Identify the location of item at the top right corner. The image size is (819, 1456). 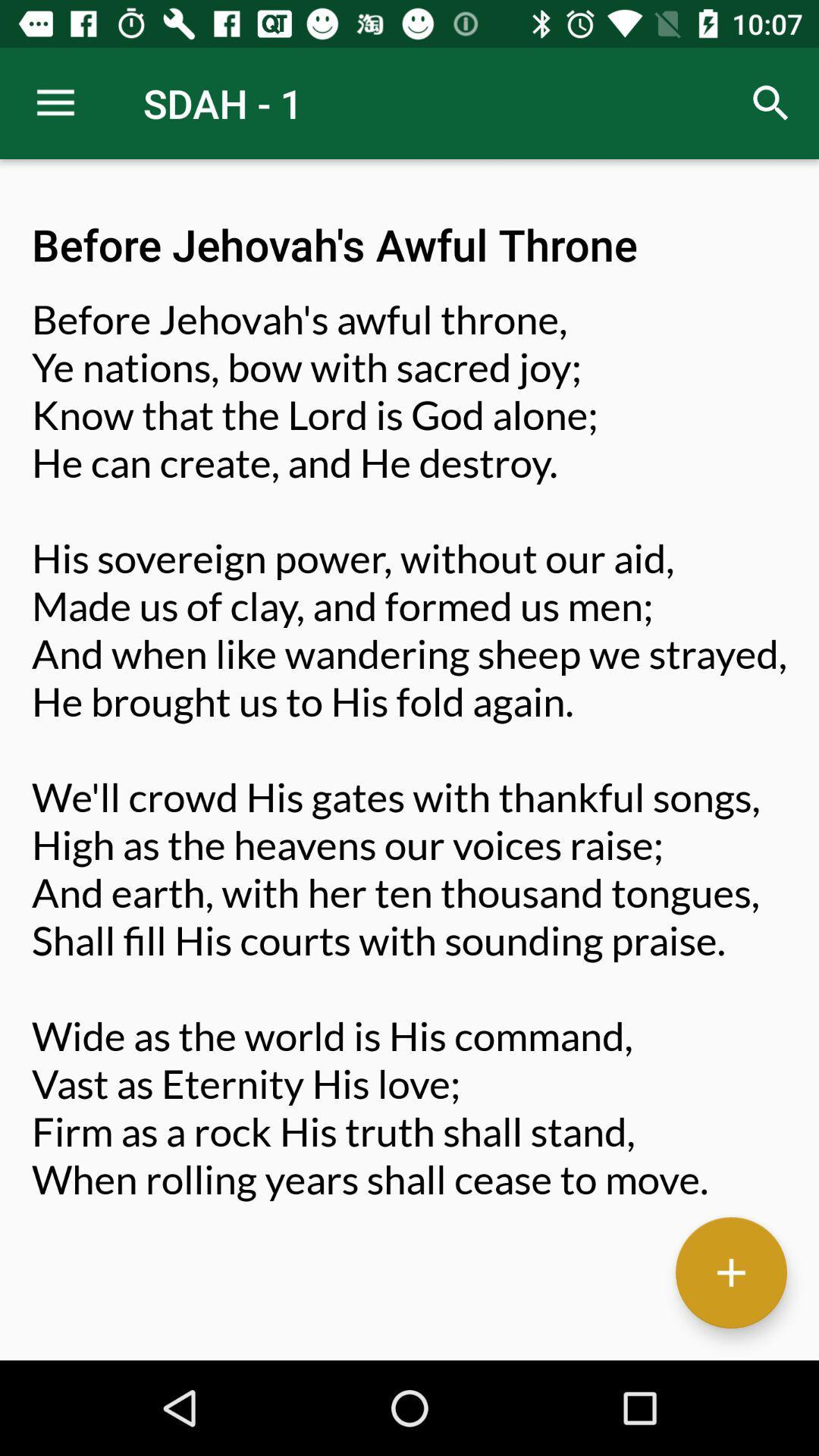
(771, 102).